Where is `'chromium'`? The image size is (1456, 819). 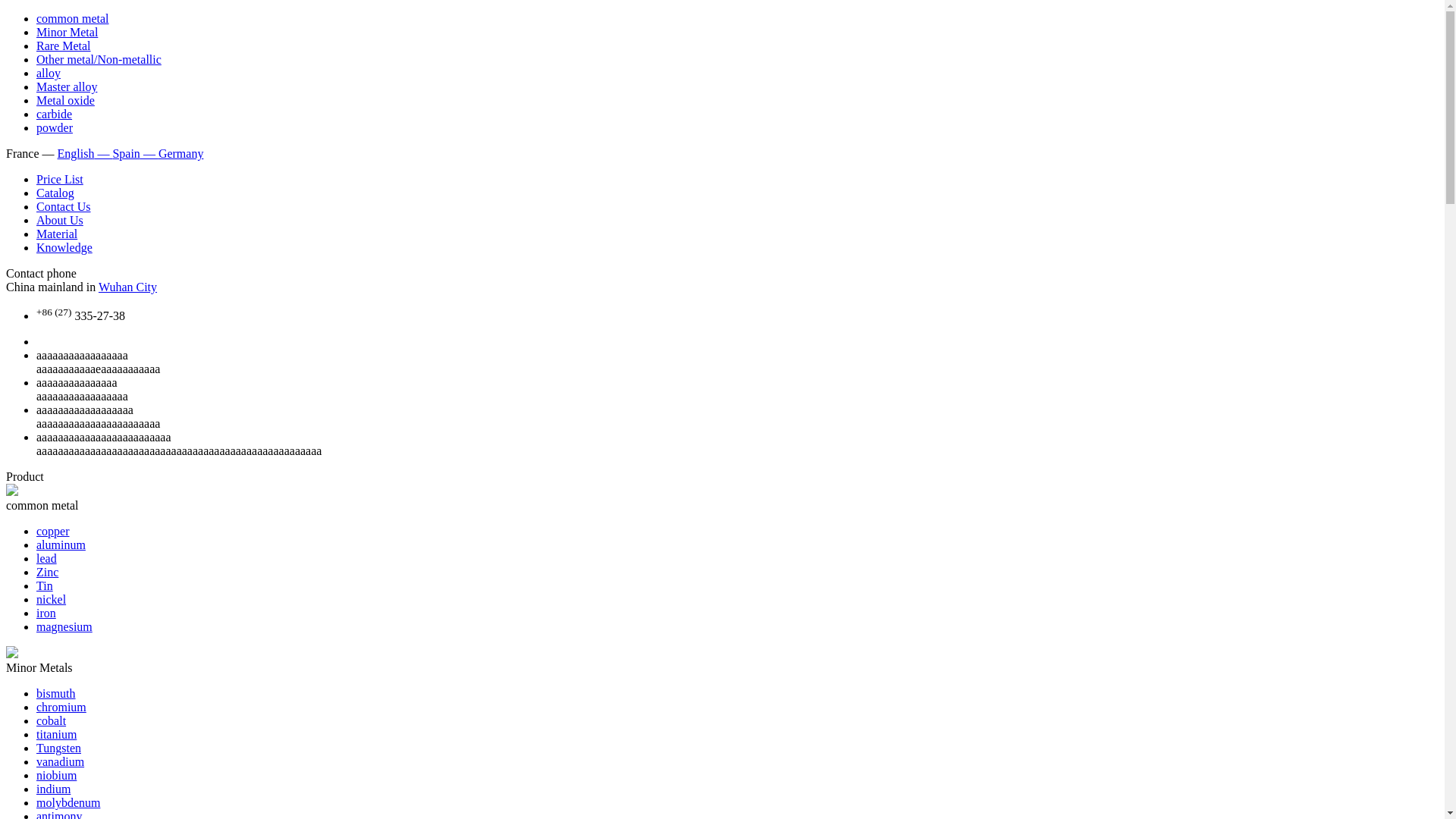 'chromium' is located at coordinates (61, 707).